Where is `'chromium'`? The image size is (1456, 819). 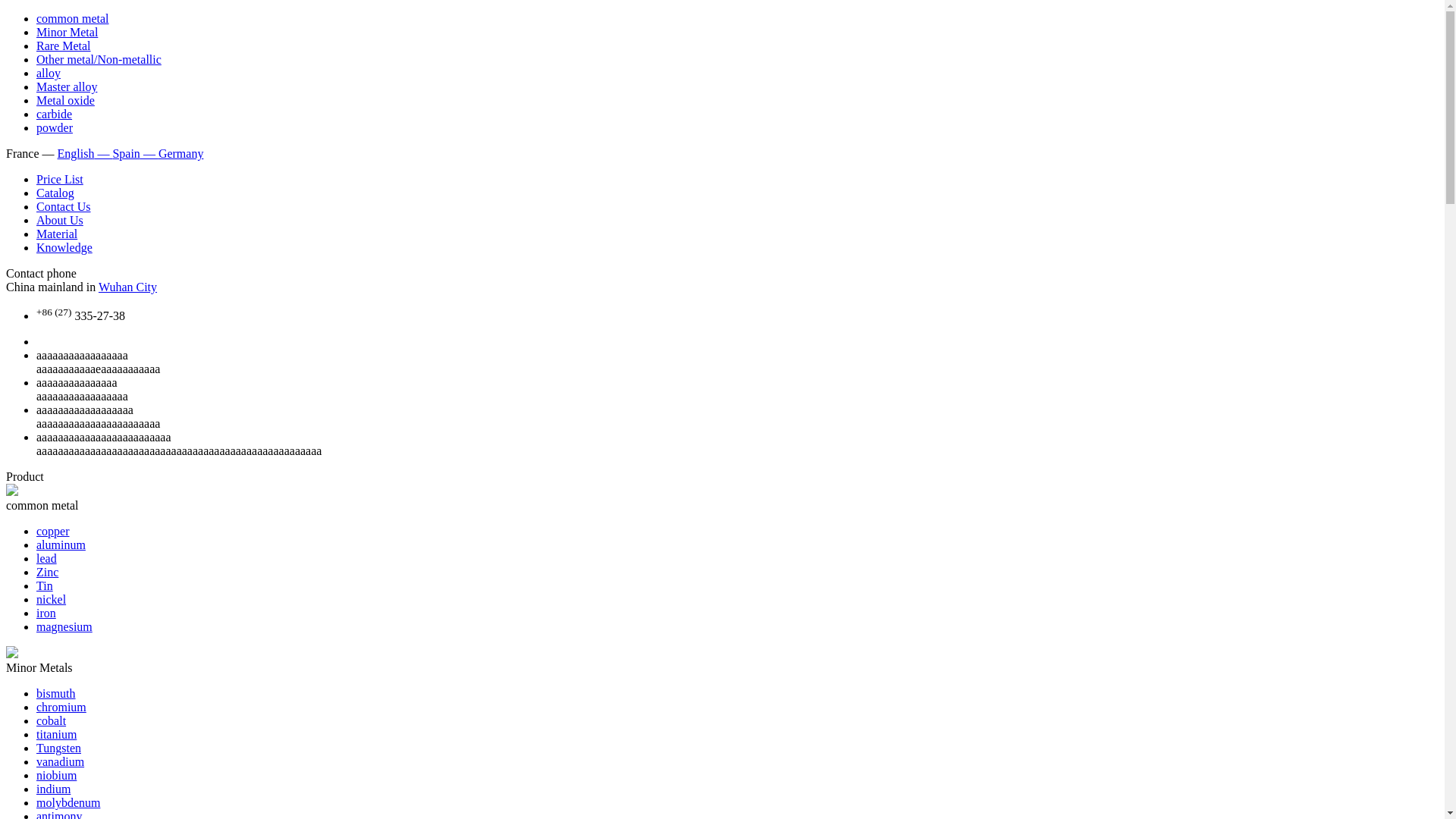 'chromium' is located at coordinates (61, 707).